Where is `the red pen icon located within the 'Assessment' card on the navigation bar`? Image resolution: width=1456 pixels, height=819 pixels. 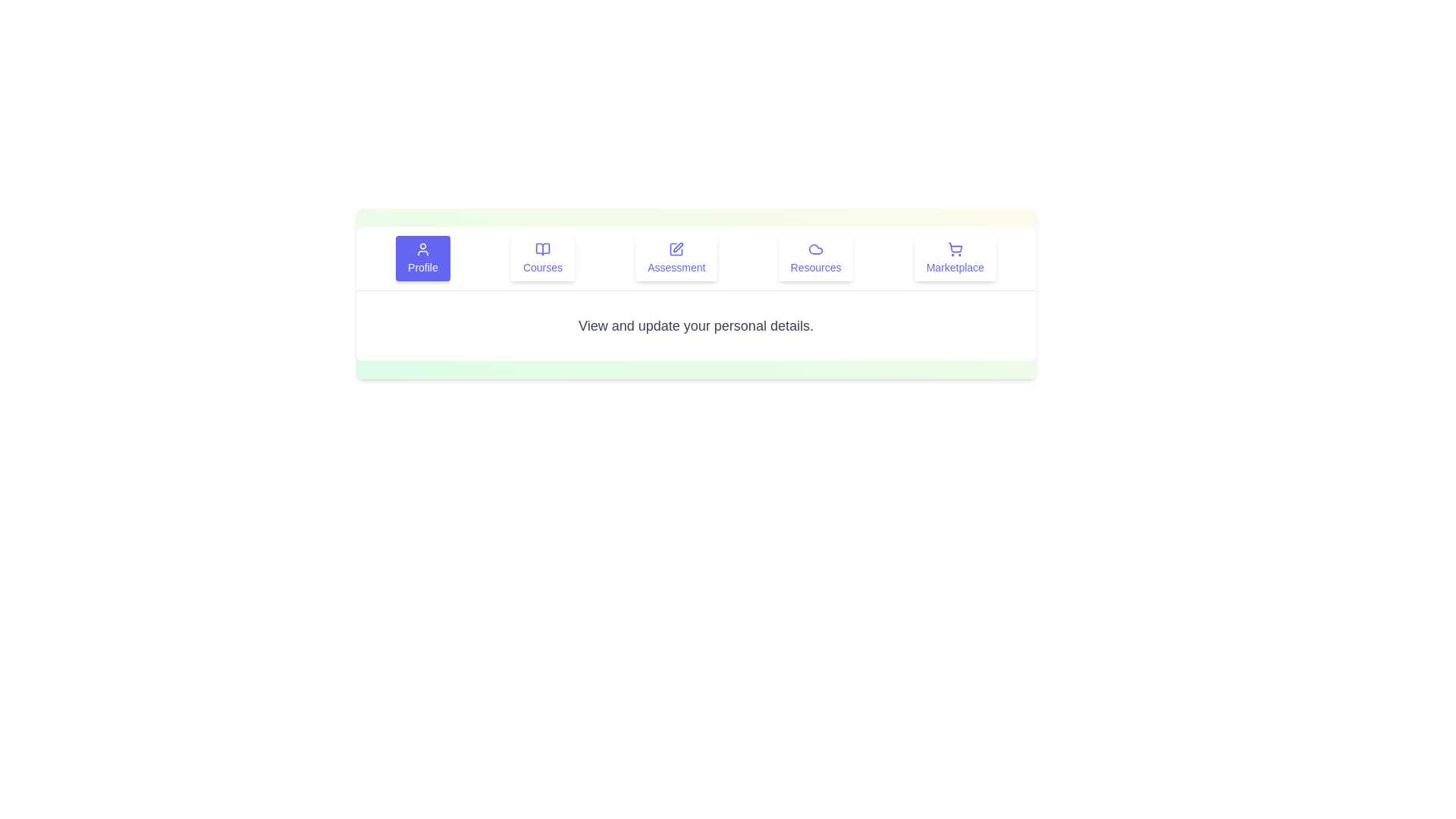
the red pen icon located within the 'Assessment' card on the navigation bar is located at coordinates (677, 246).